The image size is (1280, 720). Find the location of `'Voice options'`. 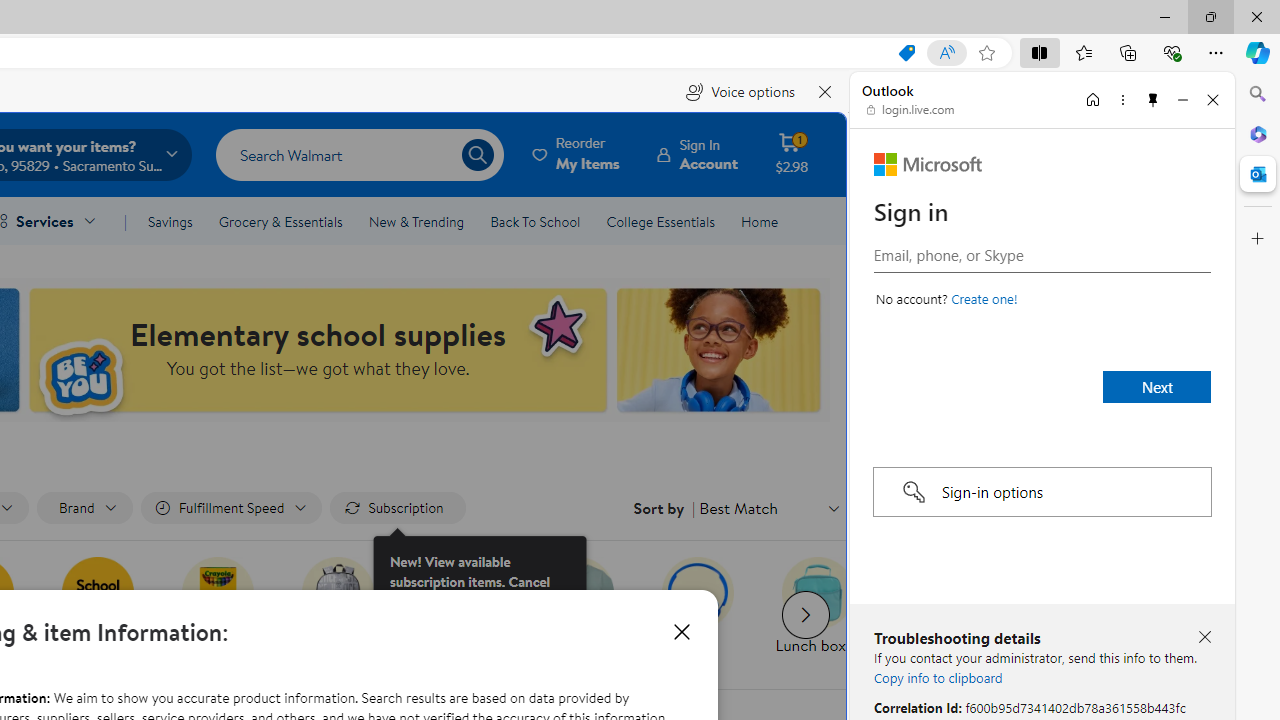

'Voice options' is located at coordinates (739, 92).